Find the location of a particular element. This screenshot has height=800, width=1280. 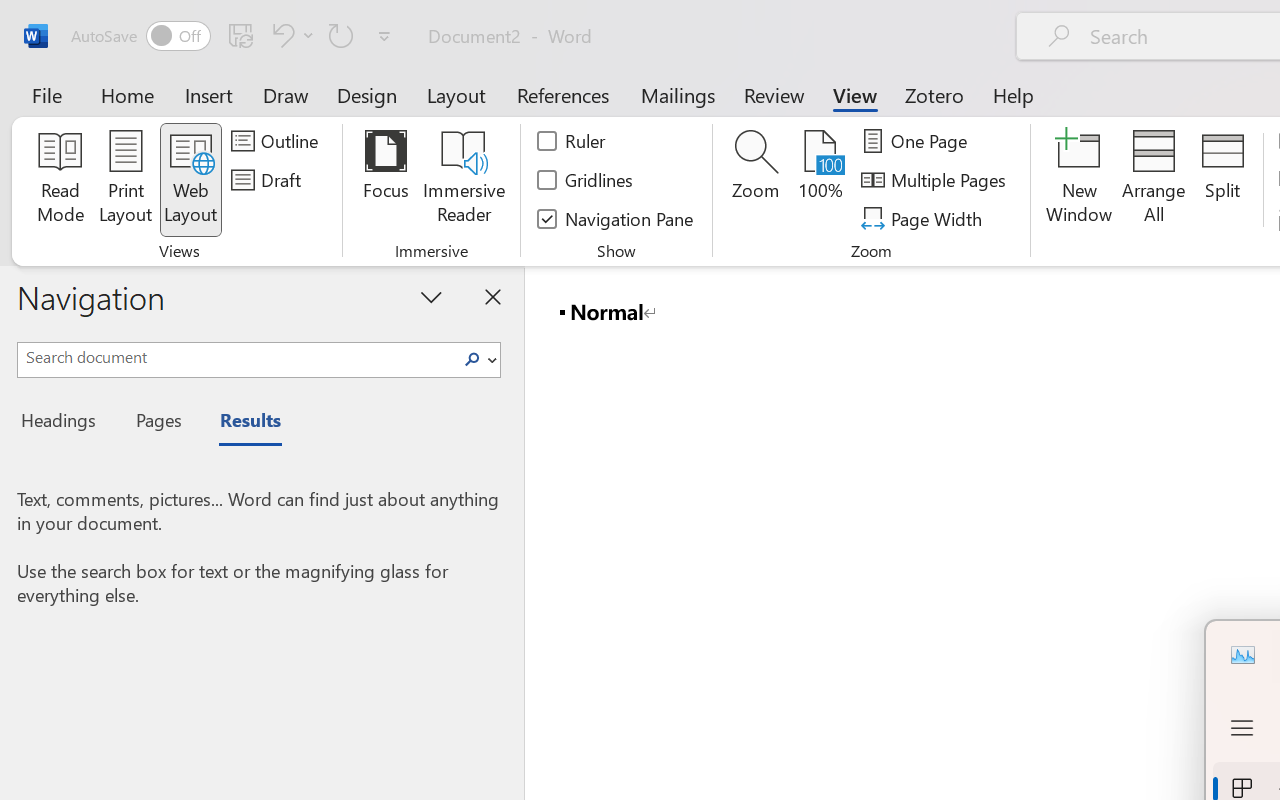

'Navigation Pane' is located at coordinates (615, 218).